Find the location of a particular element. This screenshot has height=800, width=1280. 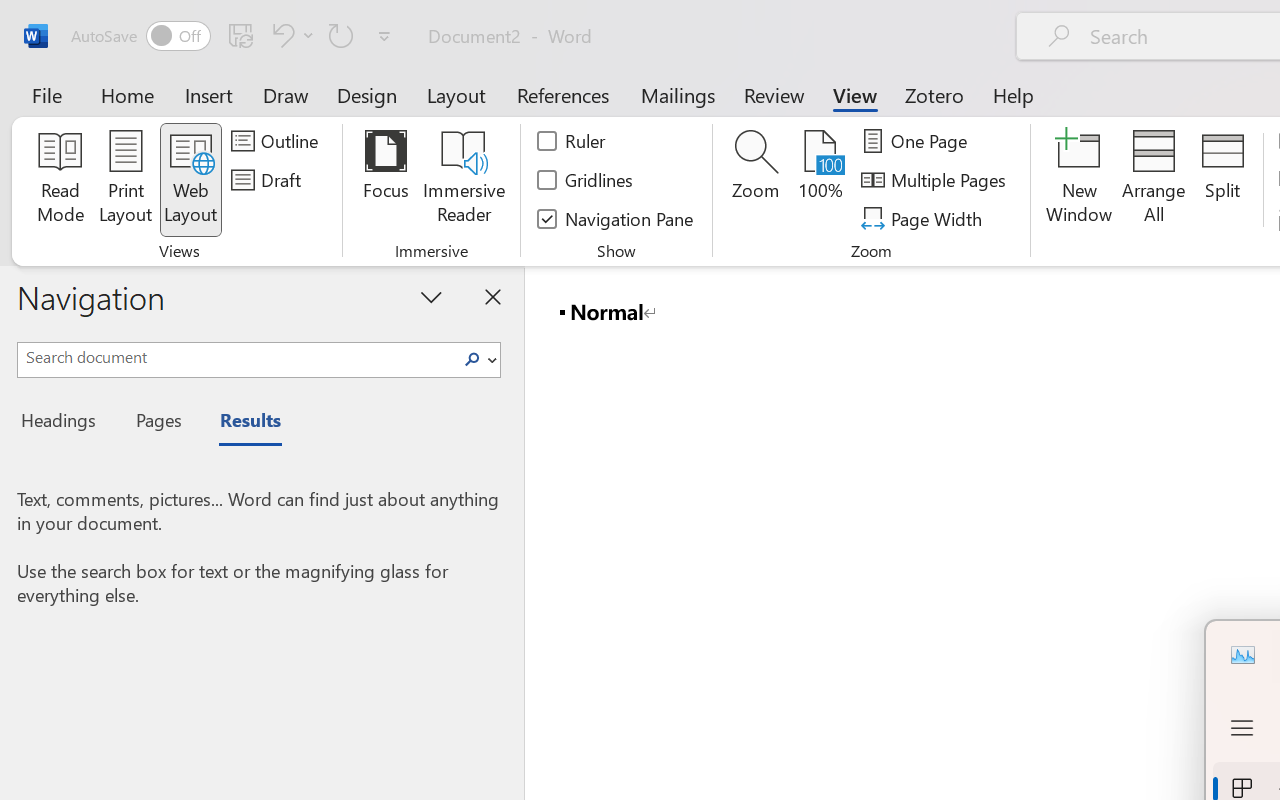

'Navigation Pane' is located at coordinates (615, 218).